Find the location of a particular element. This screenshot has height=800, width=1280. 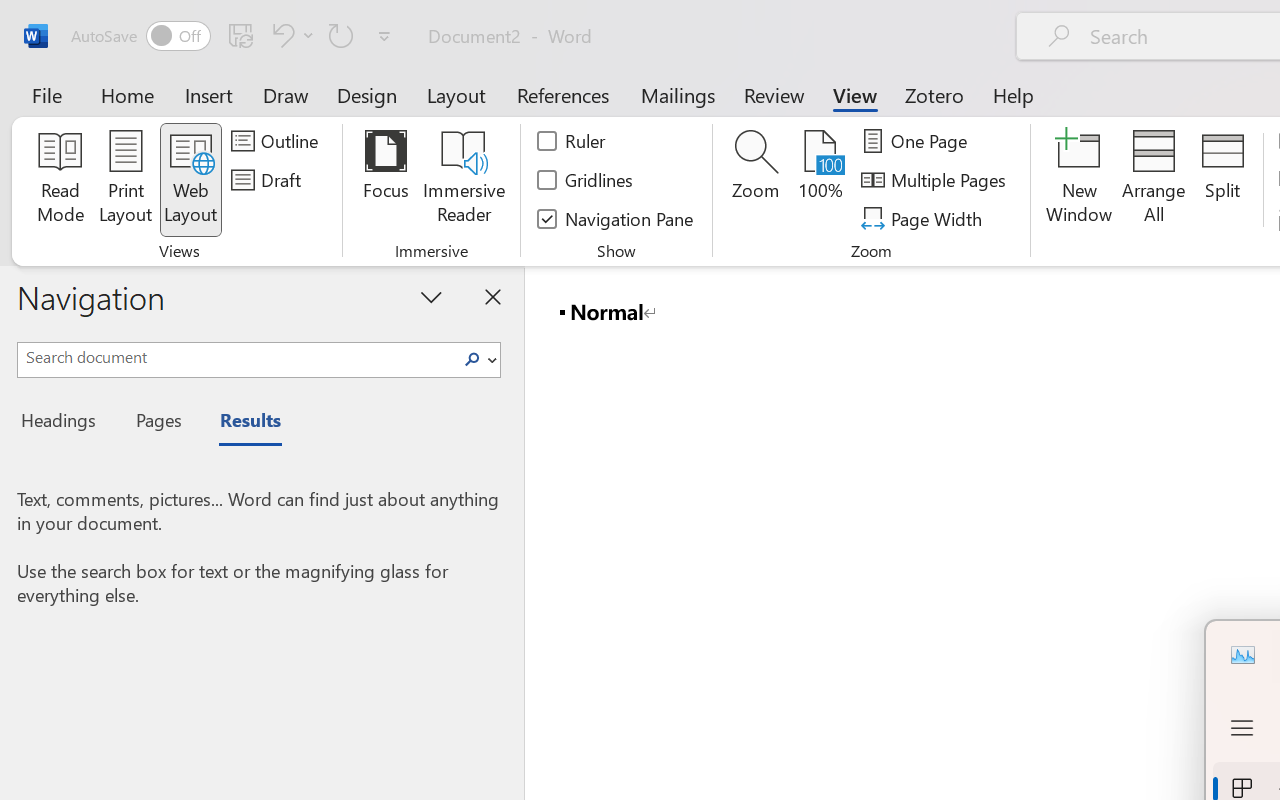

'Navigation Pane' is located at coordinates (615, 218).